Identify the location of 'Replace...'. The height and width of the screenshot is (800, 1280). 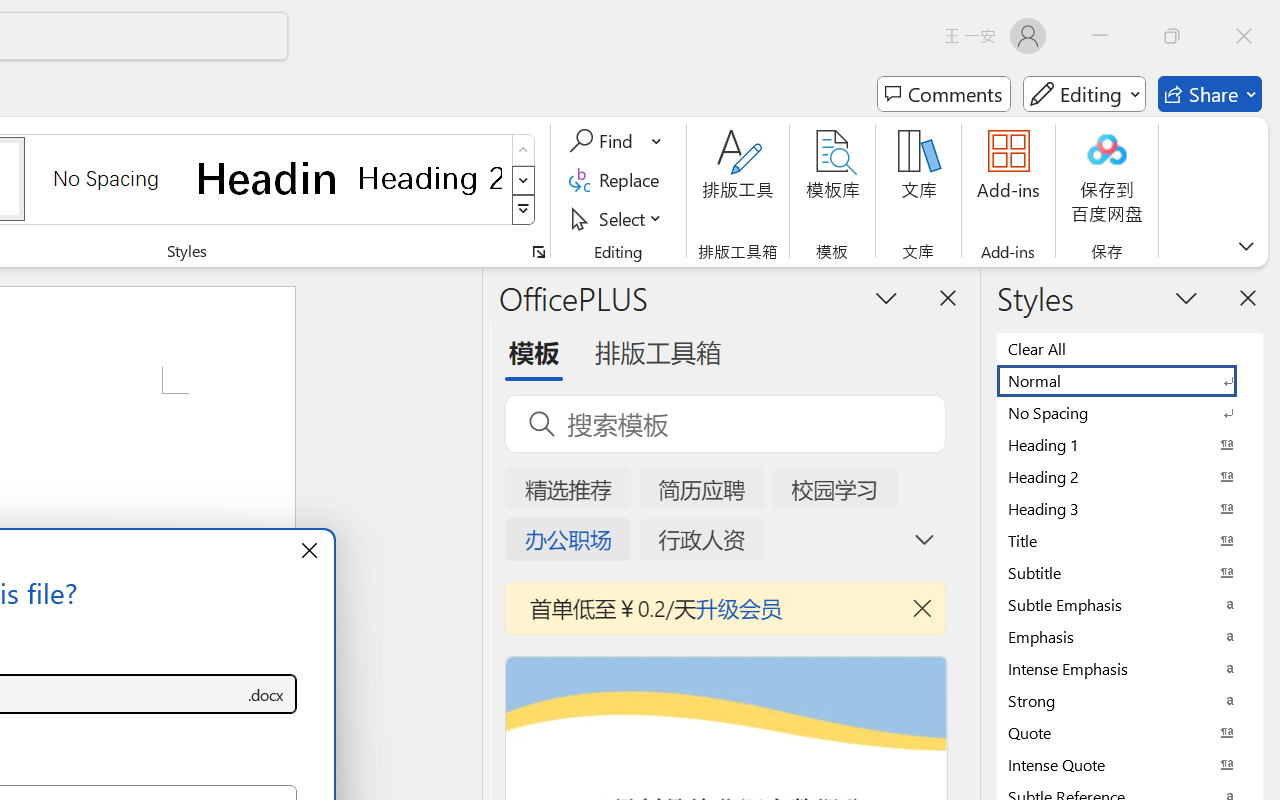
(616, 179).